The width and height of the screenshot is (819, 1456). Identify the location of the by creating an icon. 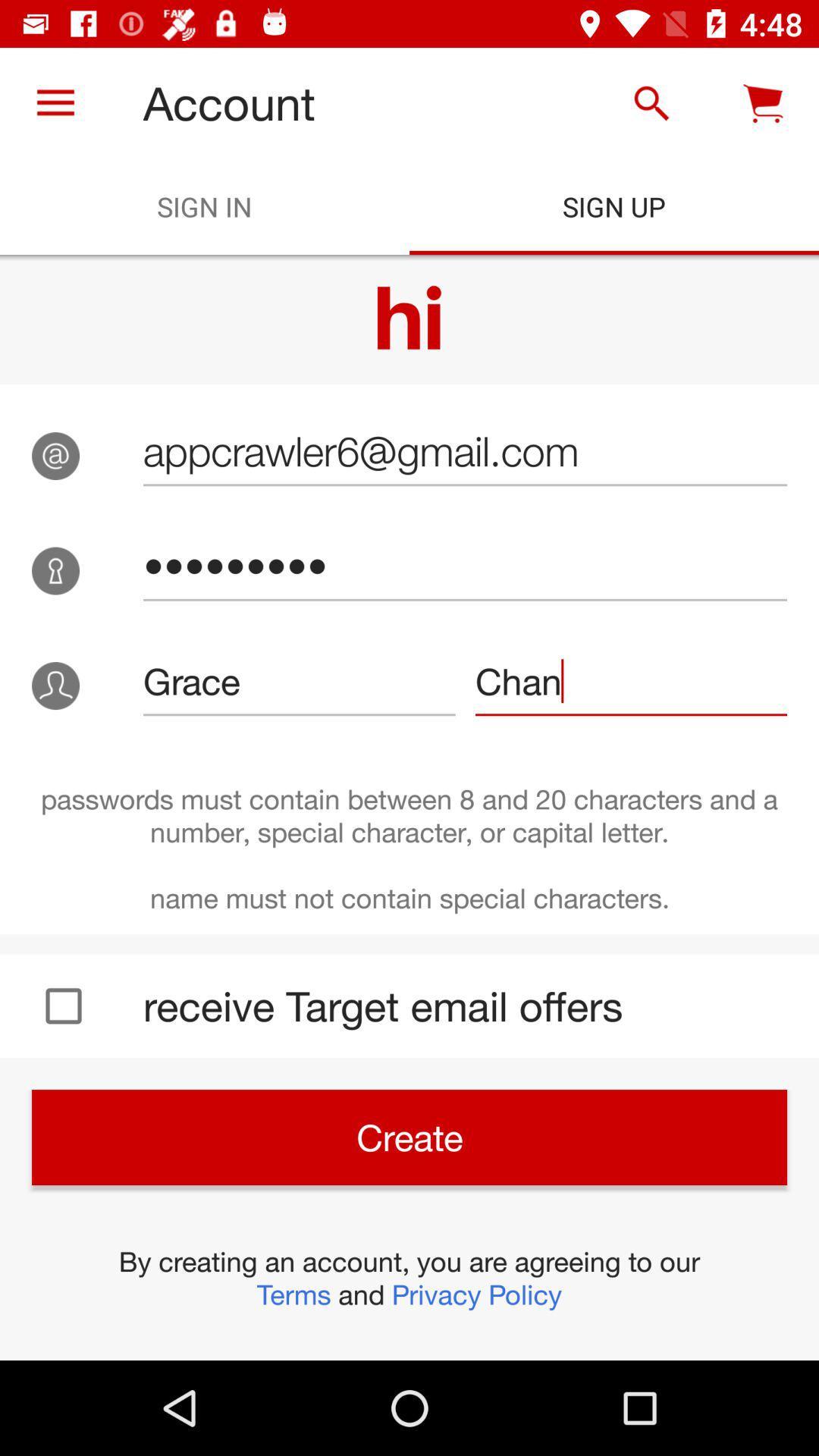
(409, 1277).